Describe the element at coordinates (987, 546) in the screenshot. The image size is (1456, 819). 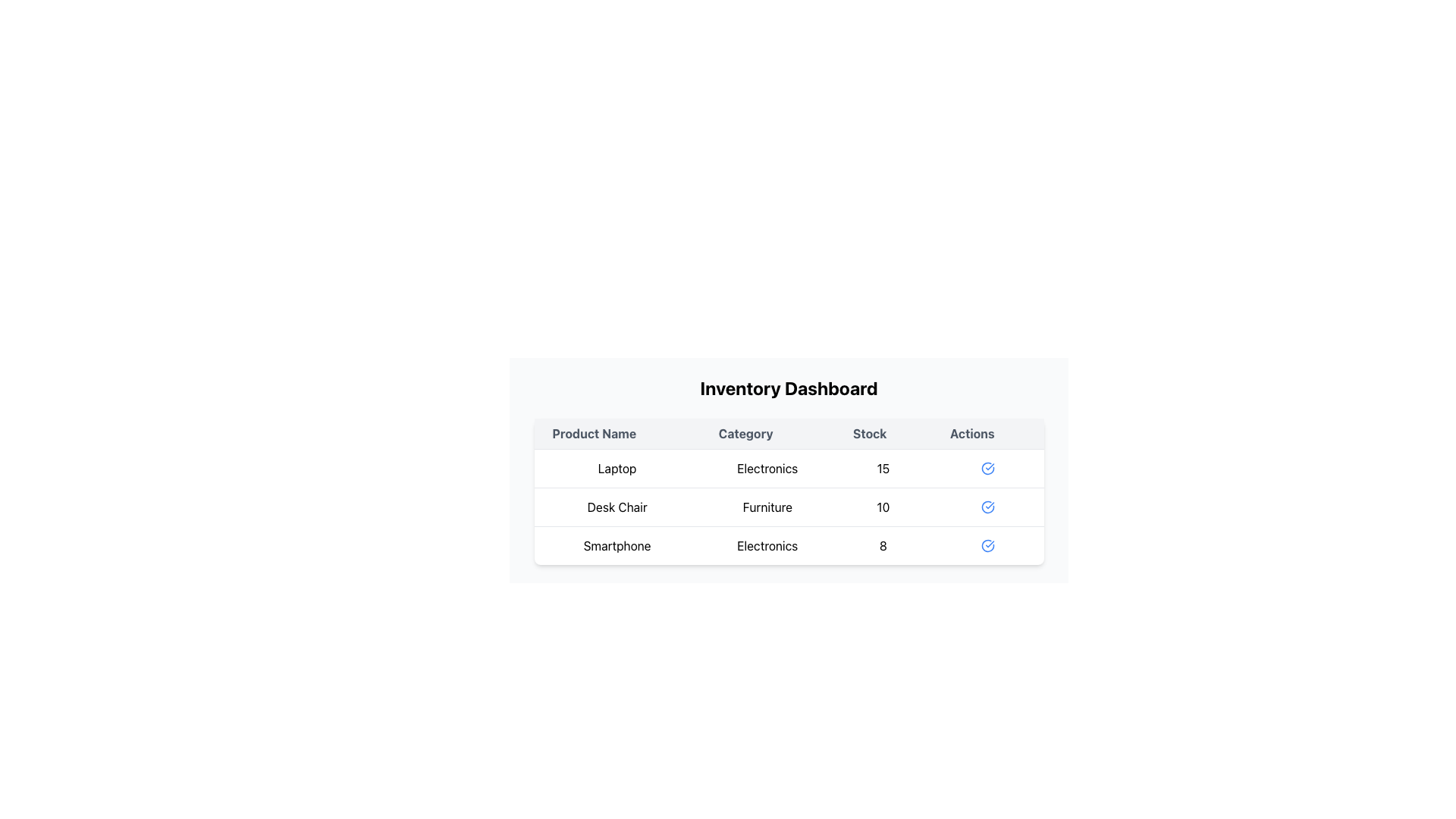
I see `the circular blue icon button with a check mark, the third icon in the 'Actions' column of the table` at that location.